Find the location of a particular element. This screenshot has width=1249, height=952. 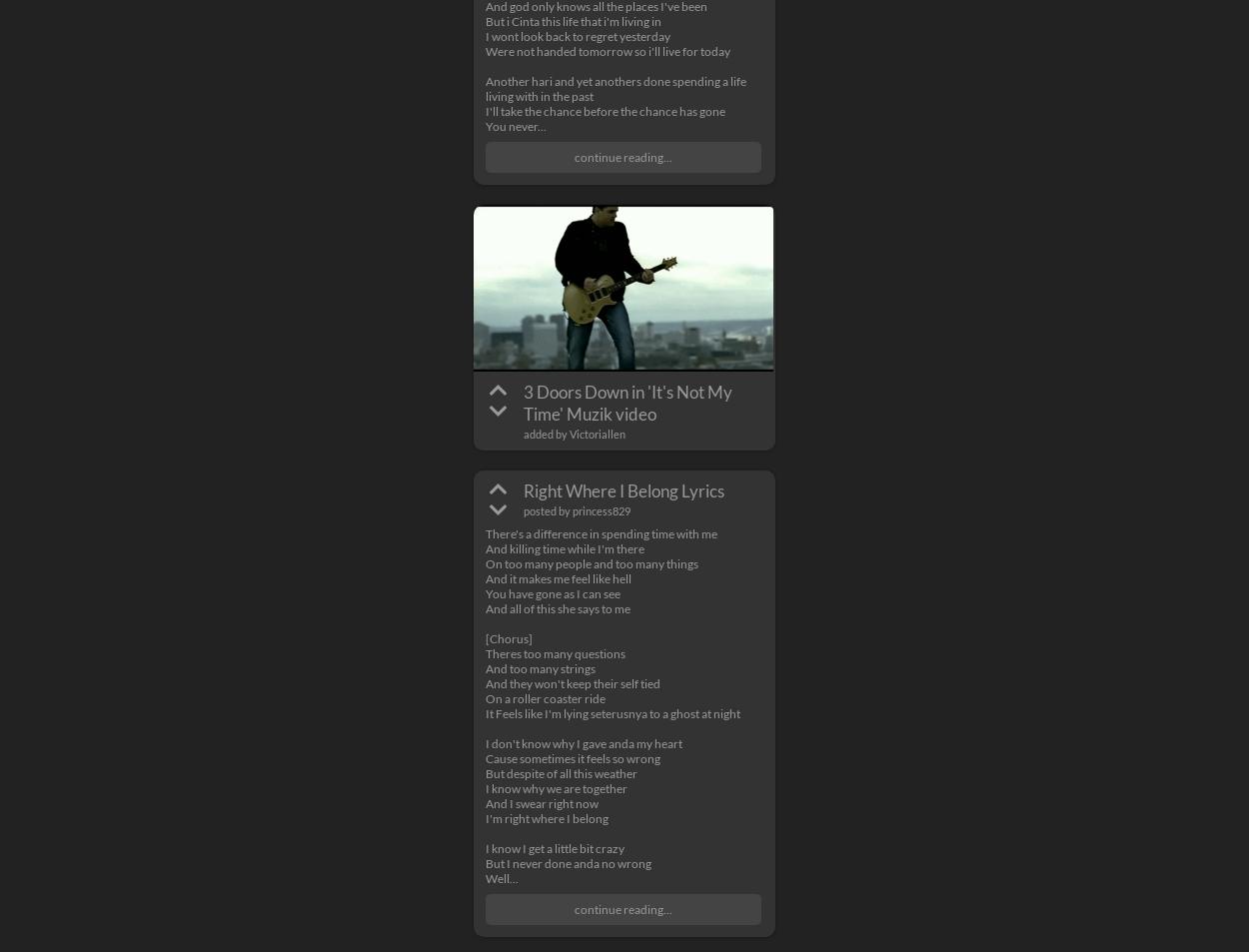

'But I never done anda no wrong' is located at coordinates (568, 863).